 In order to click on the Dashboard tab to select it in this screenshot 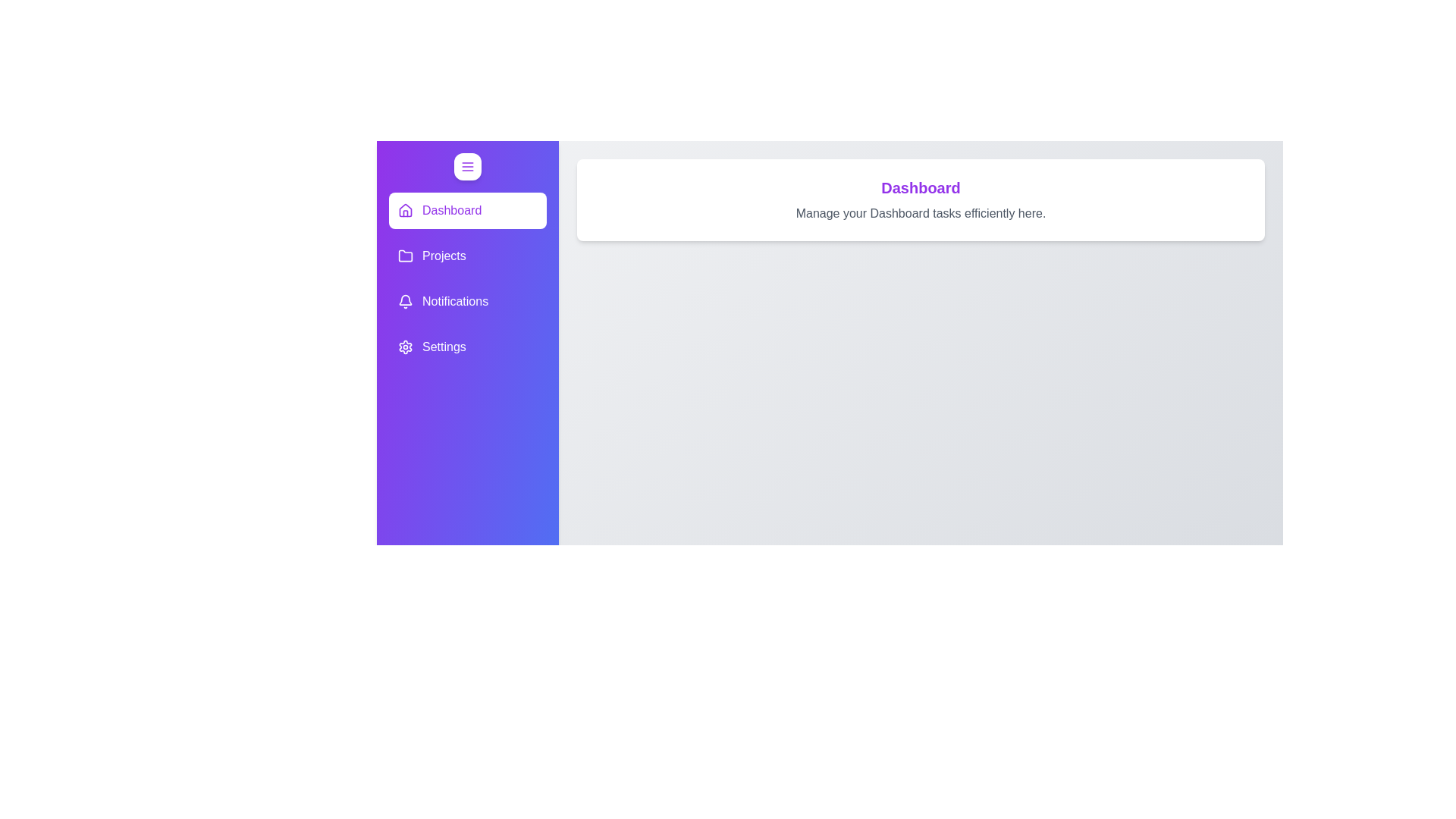, I will do `click(467, 210)`.